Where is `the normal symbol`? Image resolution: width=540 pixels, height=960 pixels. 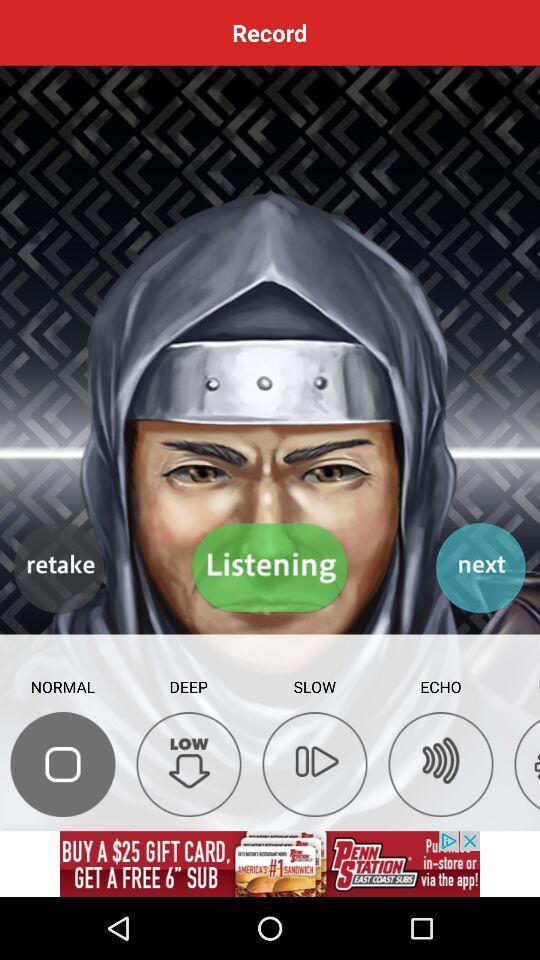 the normal symbol is located at coordinates (63, 763).